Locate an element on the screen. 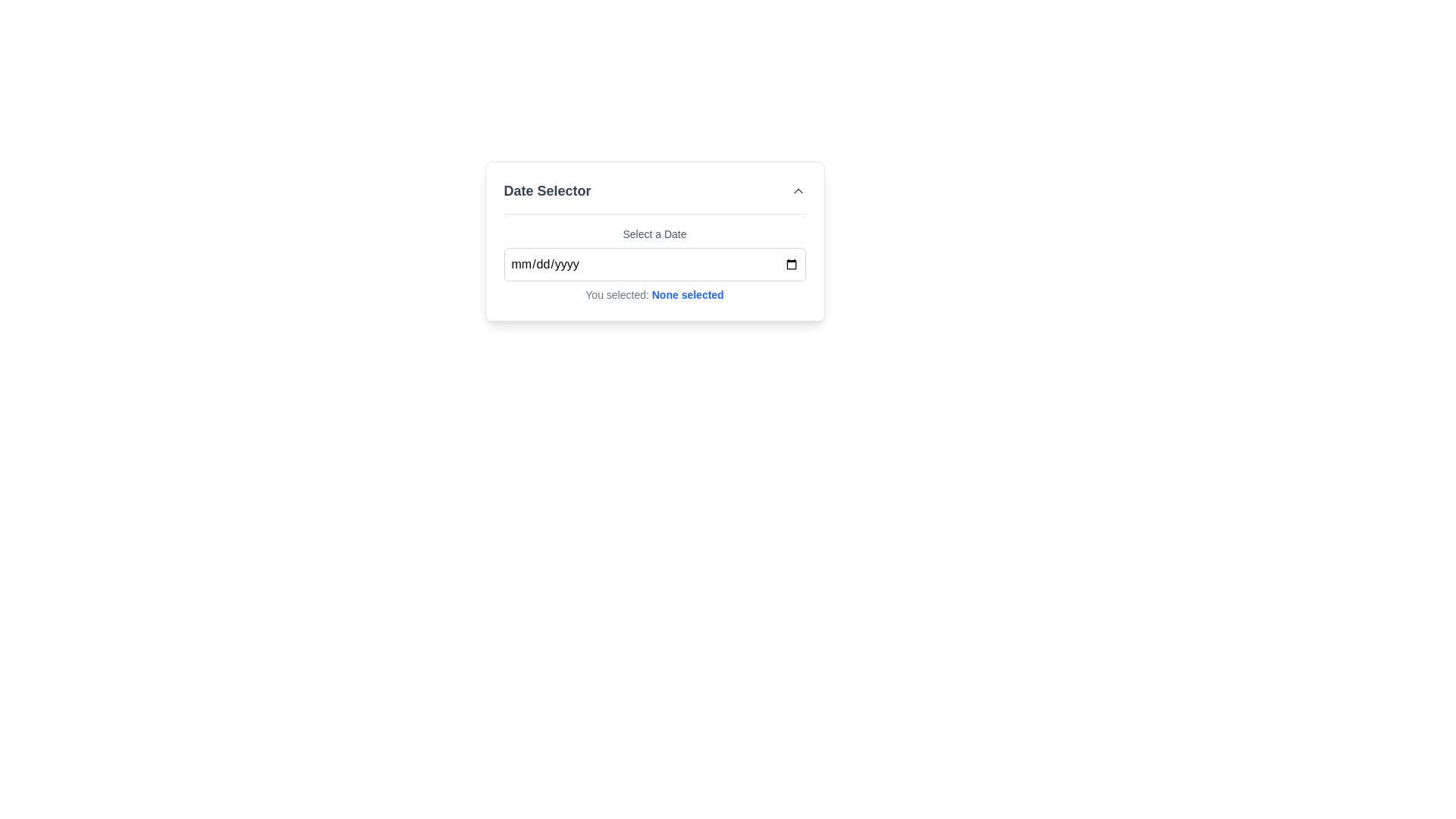 Image resolution: width=1456 pixels, height=819 pixels. the text label displaying 'None selected' in blue color and bold font, which is located adjacent to the label 'You selected:' is located at coordinates (687, 295).